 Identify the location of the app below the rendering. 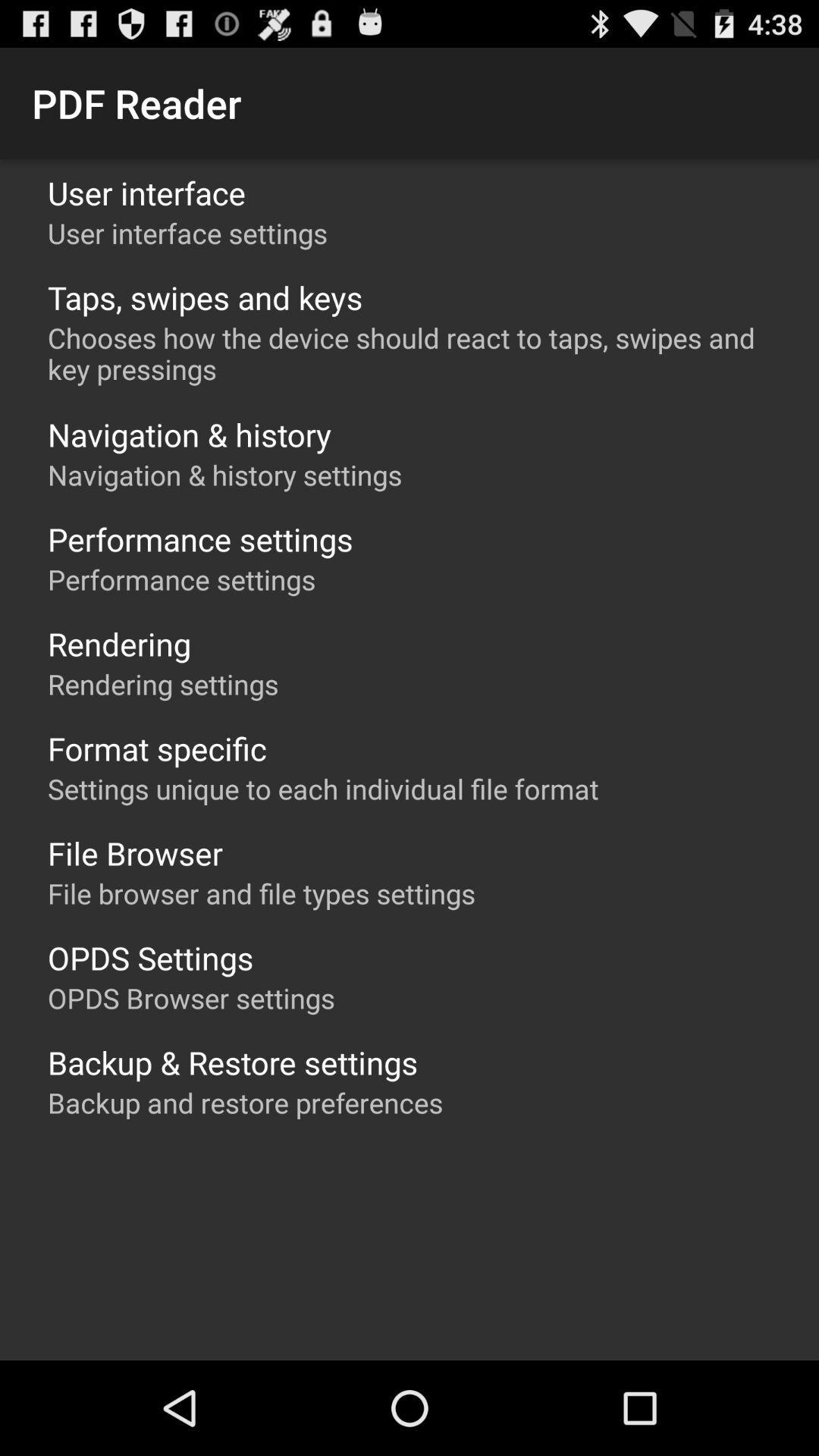
(163, 683).